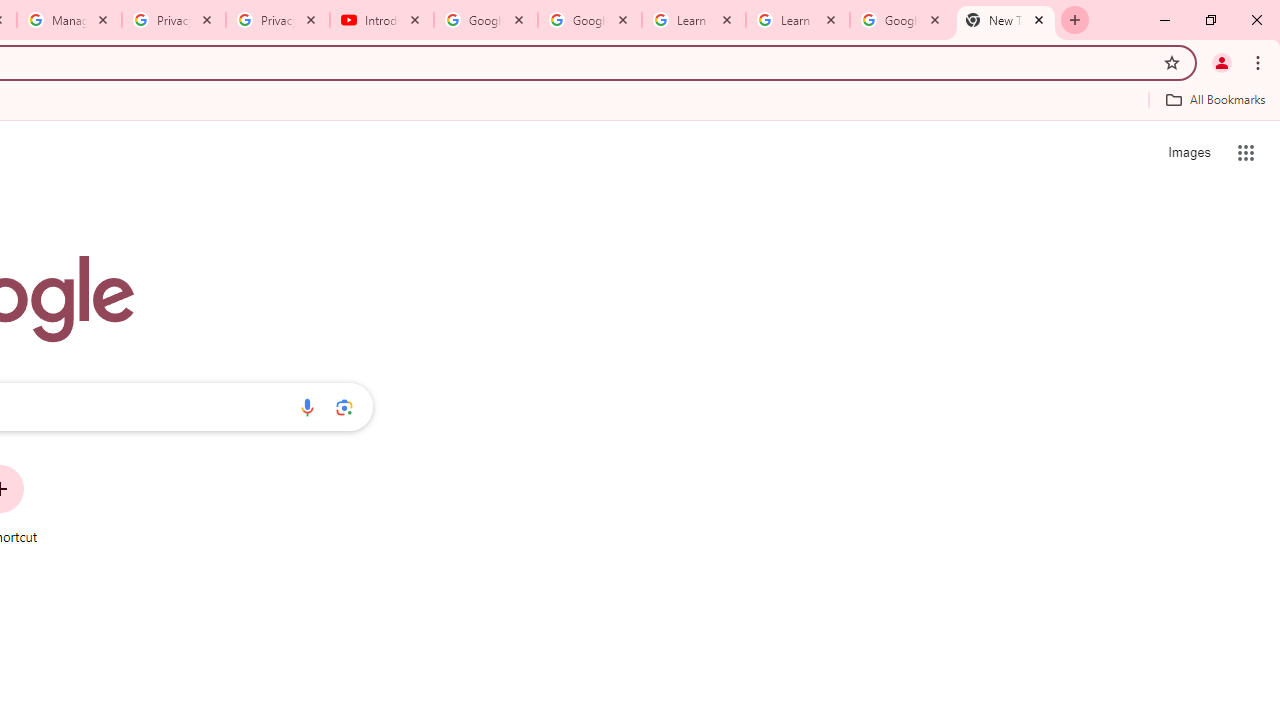 This screenshot has width=1280, height=720. I want to click on 'Search for Images ', so click(1189, 152).